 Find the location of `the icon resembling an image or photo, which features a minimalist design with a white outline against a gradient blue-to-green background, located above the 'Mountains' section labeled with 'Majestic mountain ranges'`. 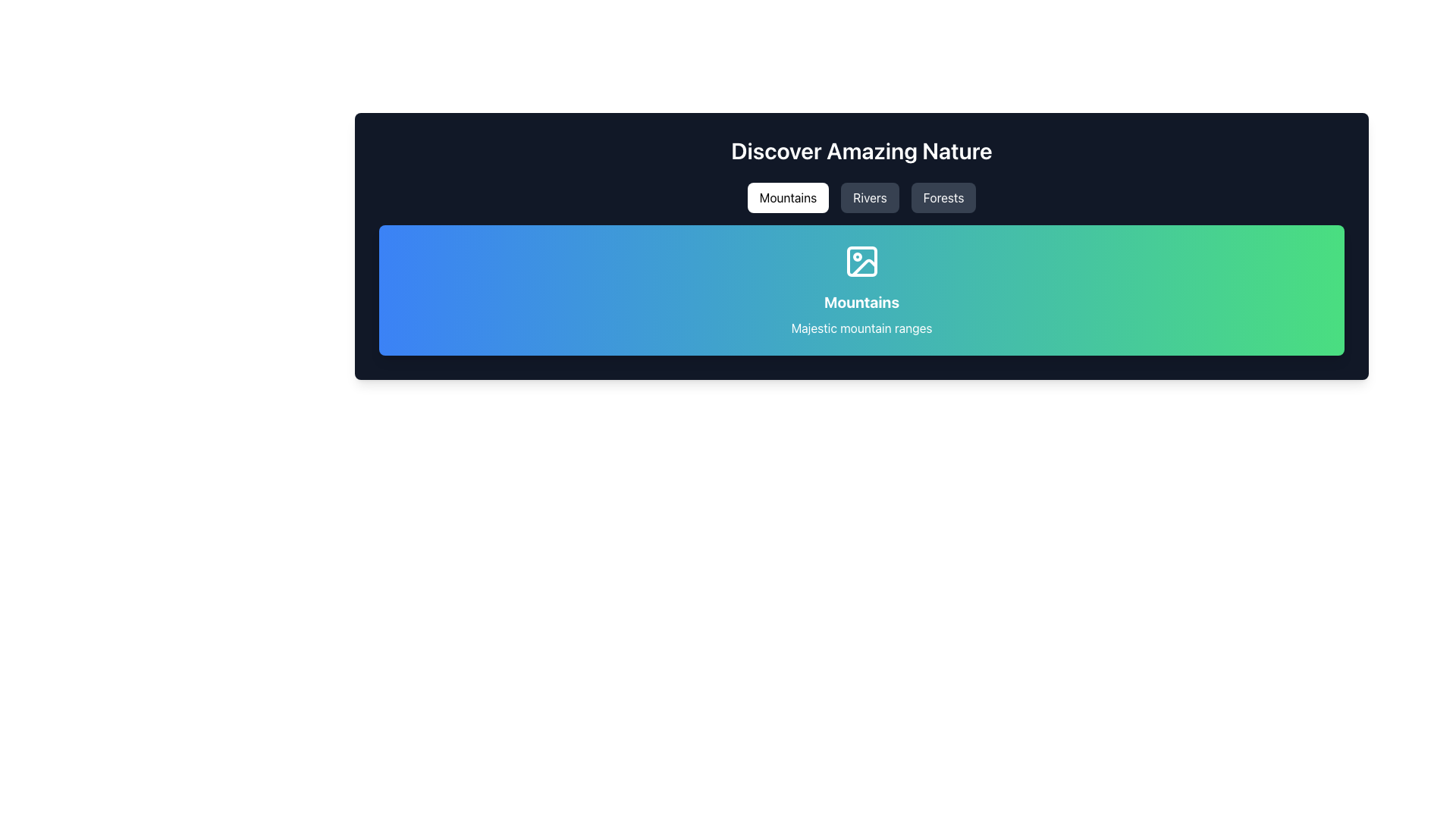

the icon resembling an image or photo, which features a minimalist design with a white outline against a gradient blue-to-green background, located above the 'Mountains' section labeled with 'Majestic mountain ranges' is located at coordinates (861, 260).